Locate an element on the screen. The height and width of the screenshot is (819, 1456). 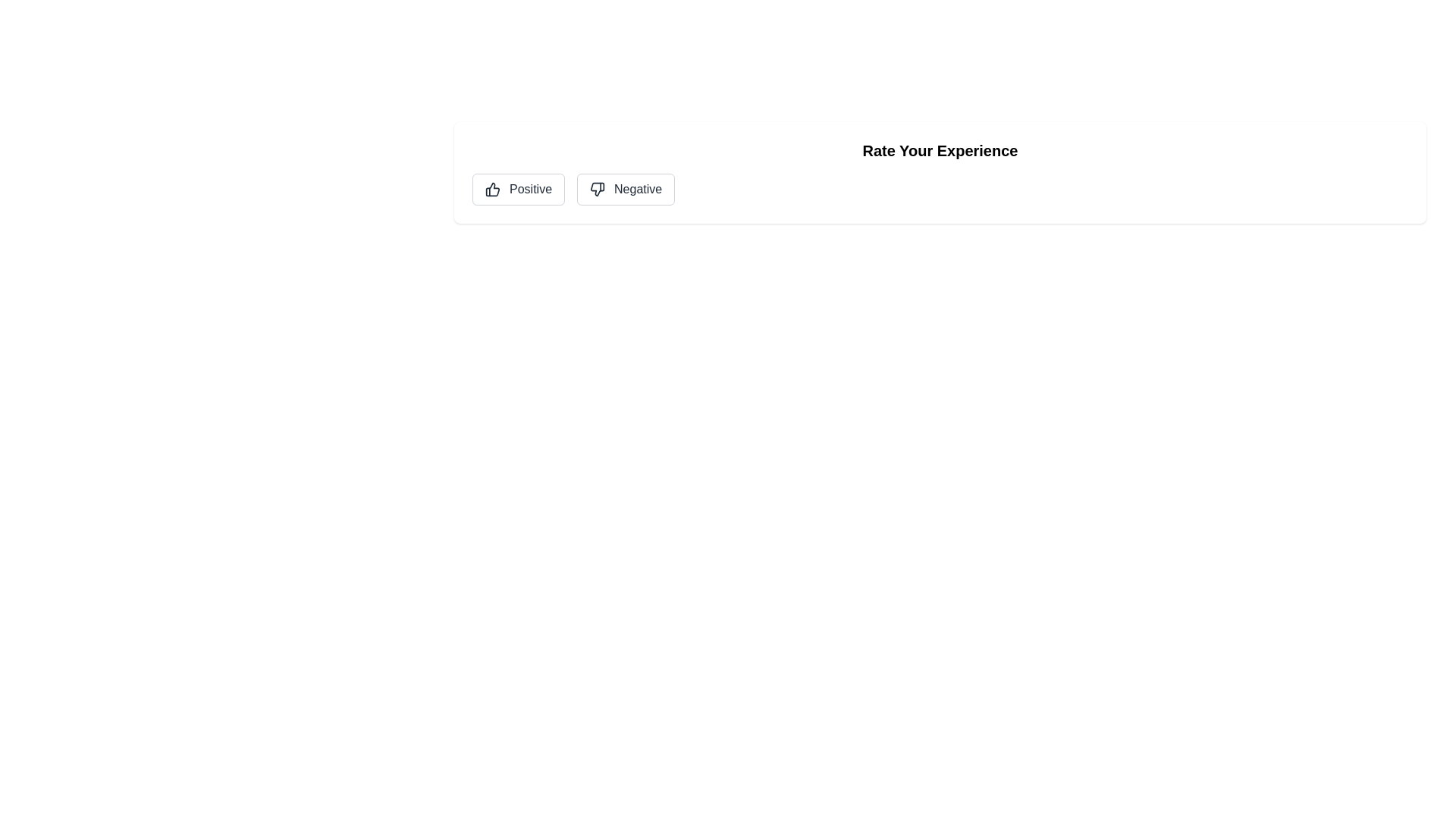
the Negative button to observe the hover effect is located at coordinates (626, 189).